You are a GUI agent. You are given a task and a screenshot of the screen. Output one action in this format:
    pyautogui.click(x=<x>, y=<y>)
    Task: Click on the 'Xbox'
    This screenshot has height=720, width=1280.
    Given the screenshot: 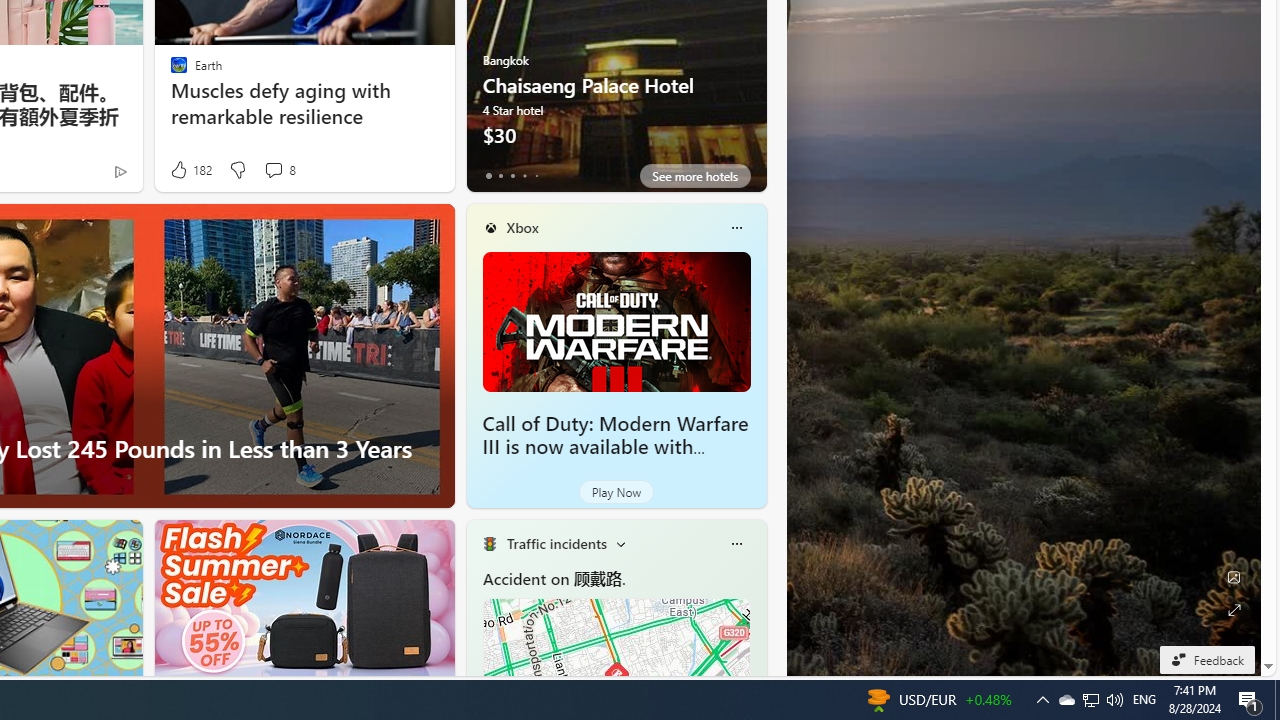 What is the action you would take?
    pyautogui.click(x=522, y=226)
    